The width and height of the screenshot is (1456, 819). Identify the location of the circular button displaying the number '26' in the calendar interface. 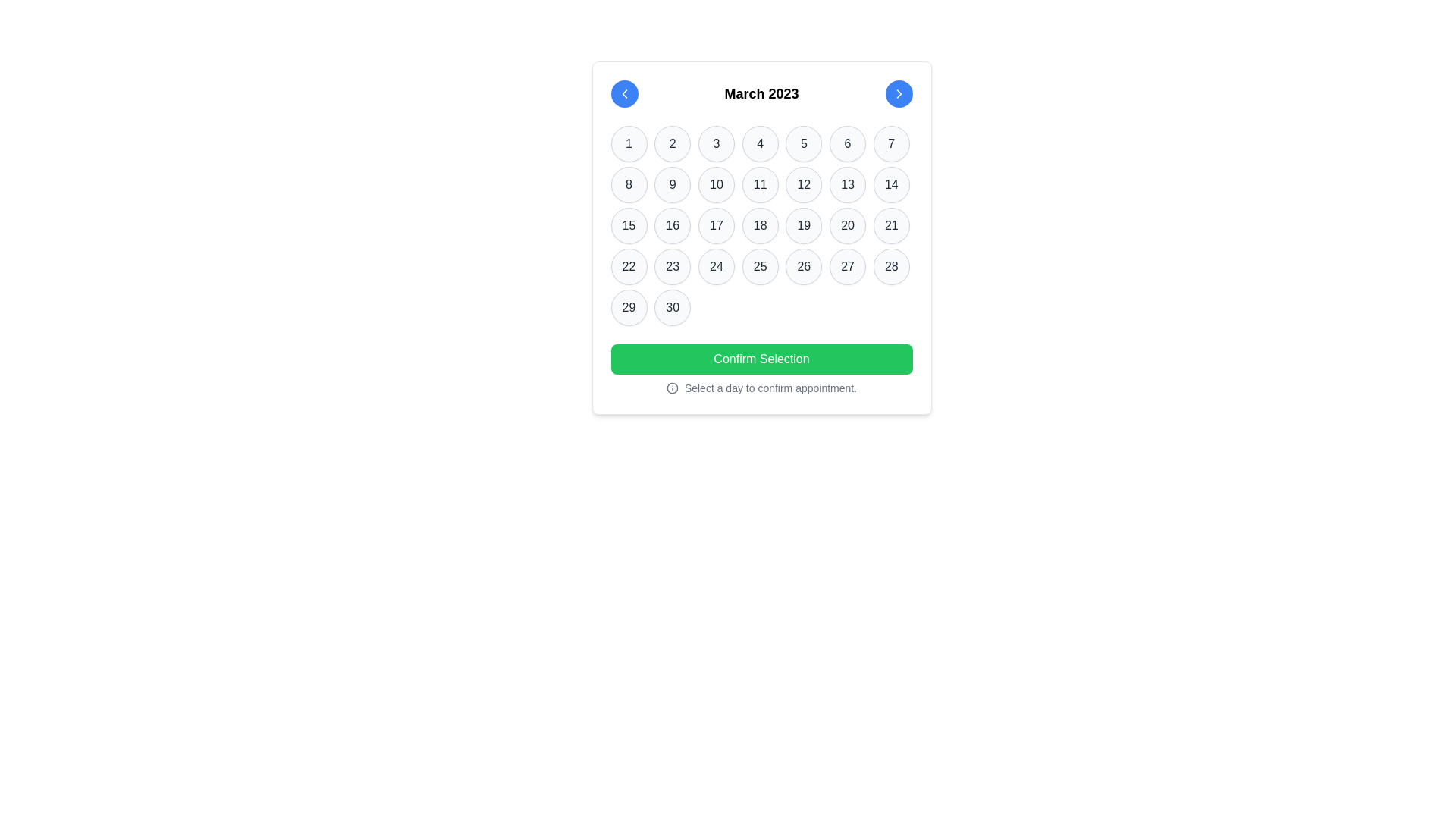
(803, 265).